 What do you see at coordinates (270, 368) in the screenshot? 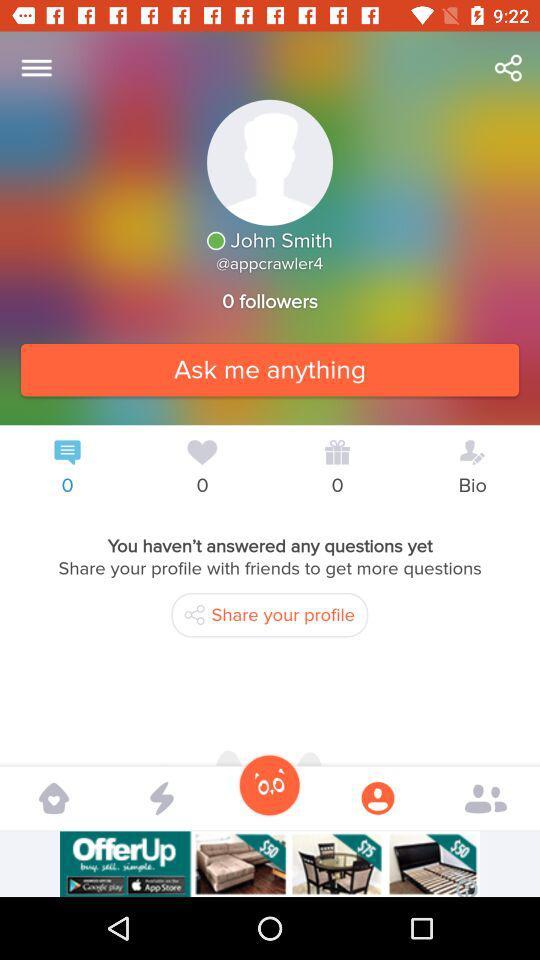
I see `the button which says ask me anything` at bounding box center [270, 368].